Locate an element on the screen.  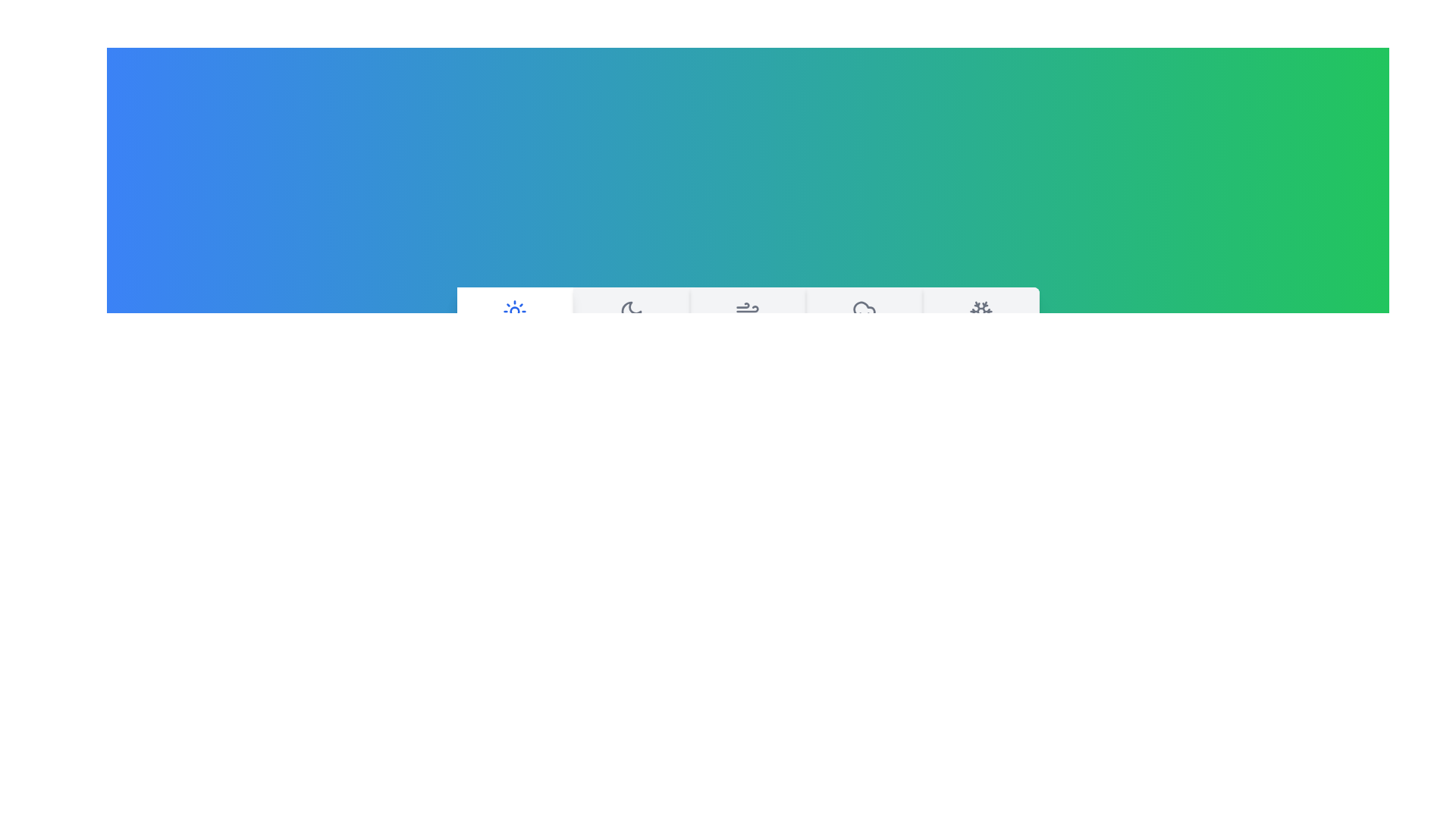
the weather tab labeled Windy is located at coordinates (748, 326).